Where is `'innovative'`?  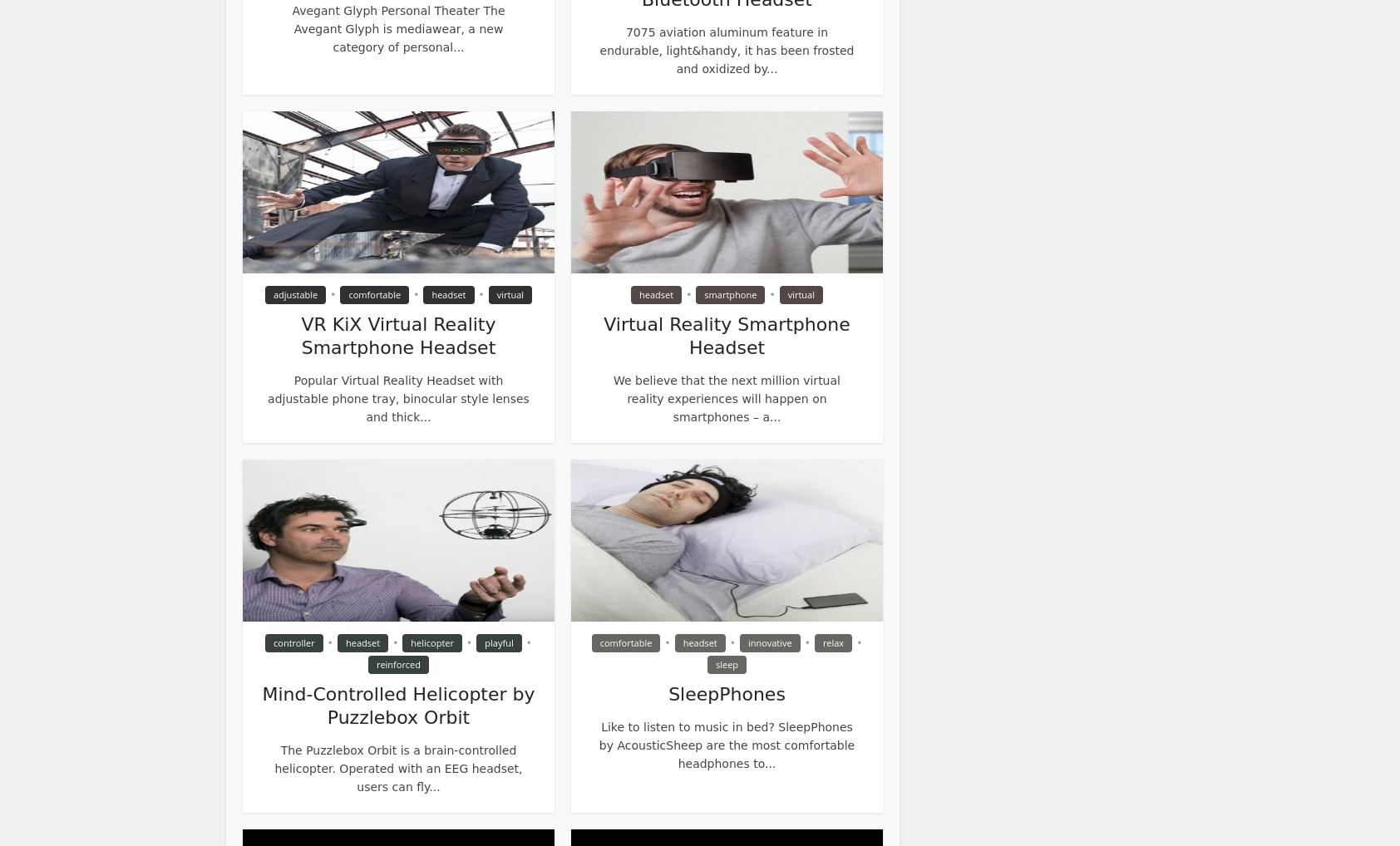
'innovative' is located at coordinates (769, 642).